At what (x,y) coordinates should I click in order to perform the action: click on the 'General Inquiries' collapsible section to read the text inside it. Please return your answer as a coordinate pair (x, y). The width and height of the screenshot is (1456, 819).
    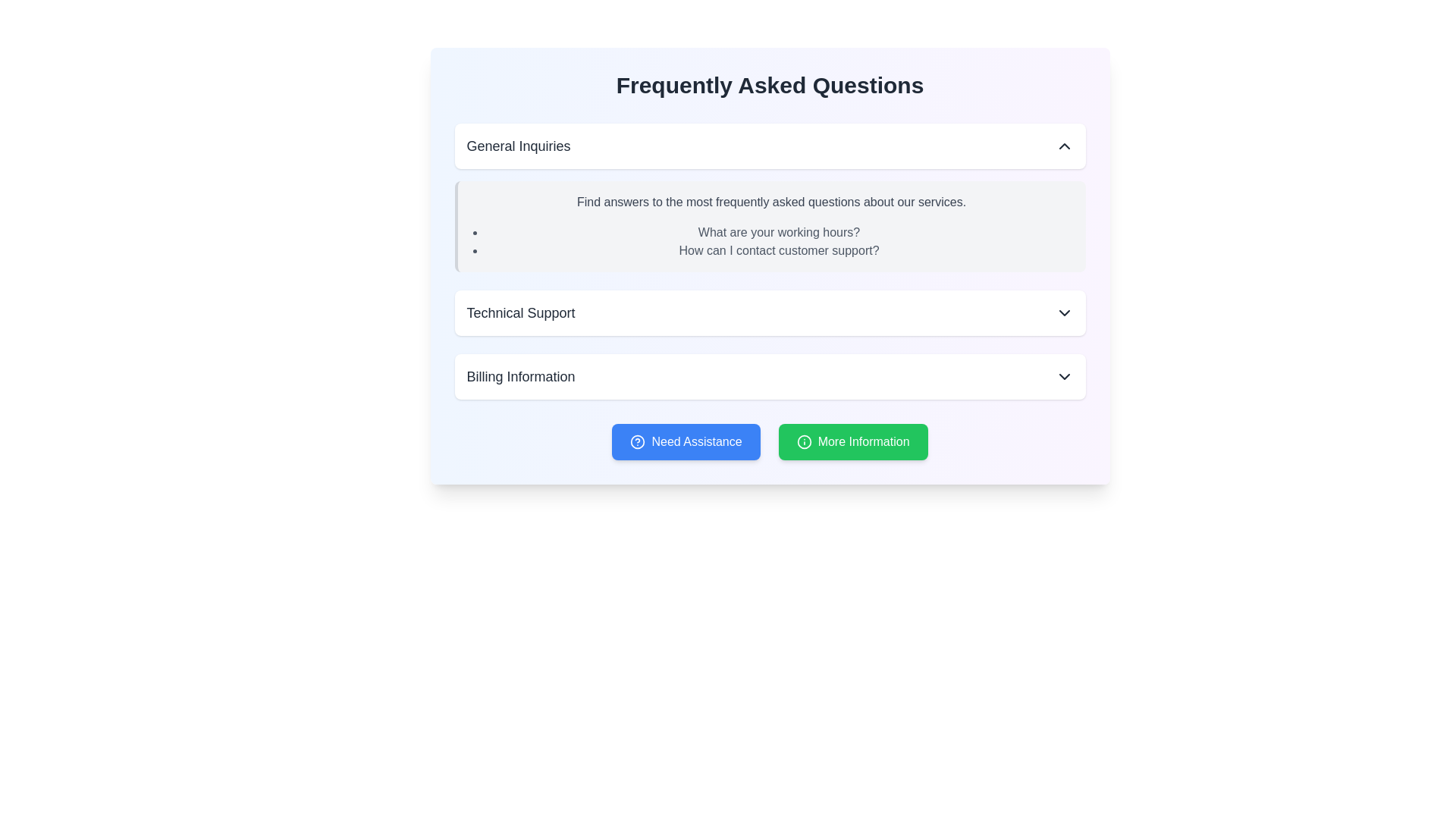
    Looking at the image, I should click on (770, 197).